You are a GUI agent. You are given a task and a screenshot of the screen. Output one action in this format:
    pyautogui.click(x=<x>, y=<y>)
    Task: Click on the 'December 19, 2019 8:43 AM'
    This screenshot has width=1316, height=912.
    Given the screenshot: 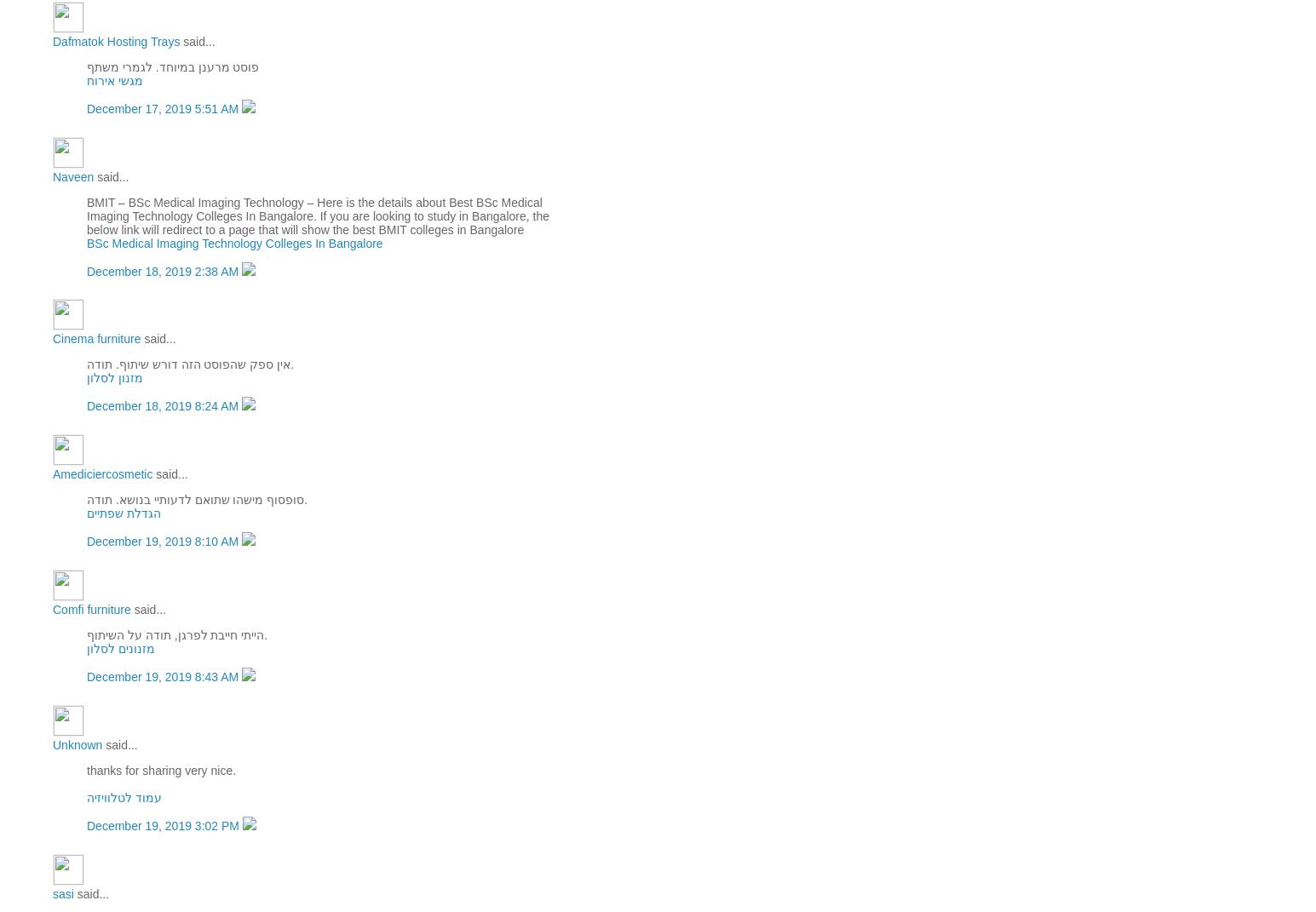 What is the action you would take?
    pyautogui.click(x=164, y=676)
    